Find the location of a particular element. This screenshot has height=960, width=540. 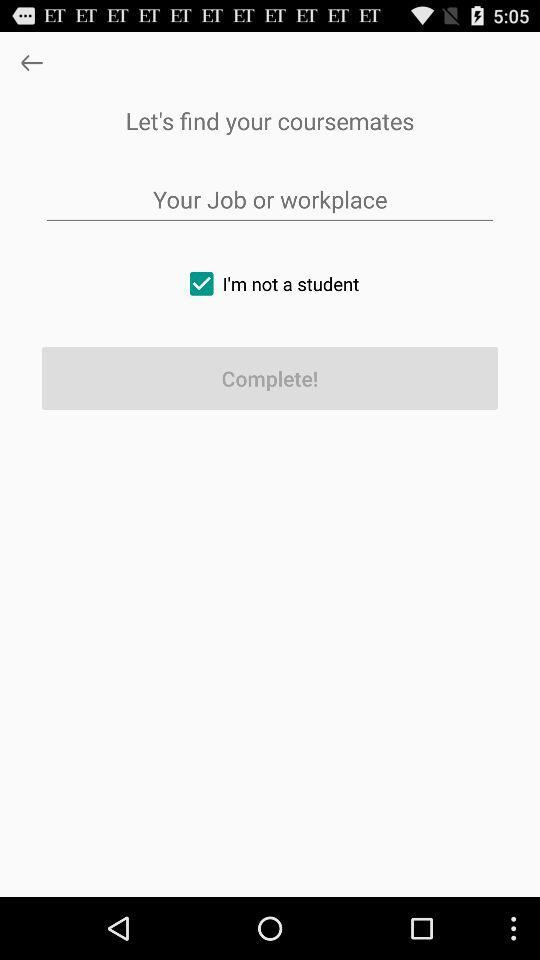

job or workplace is located at coordinates (270, 199).